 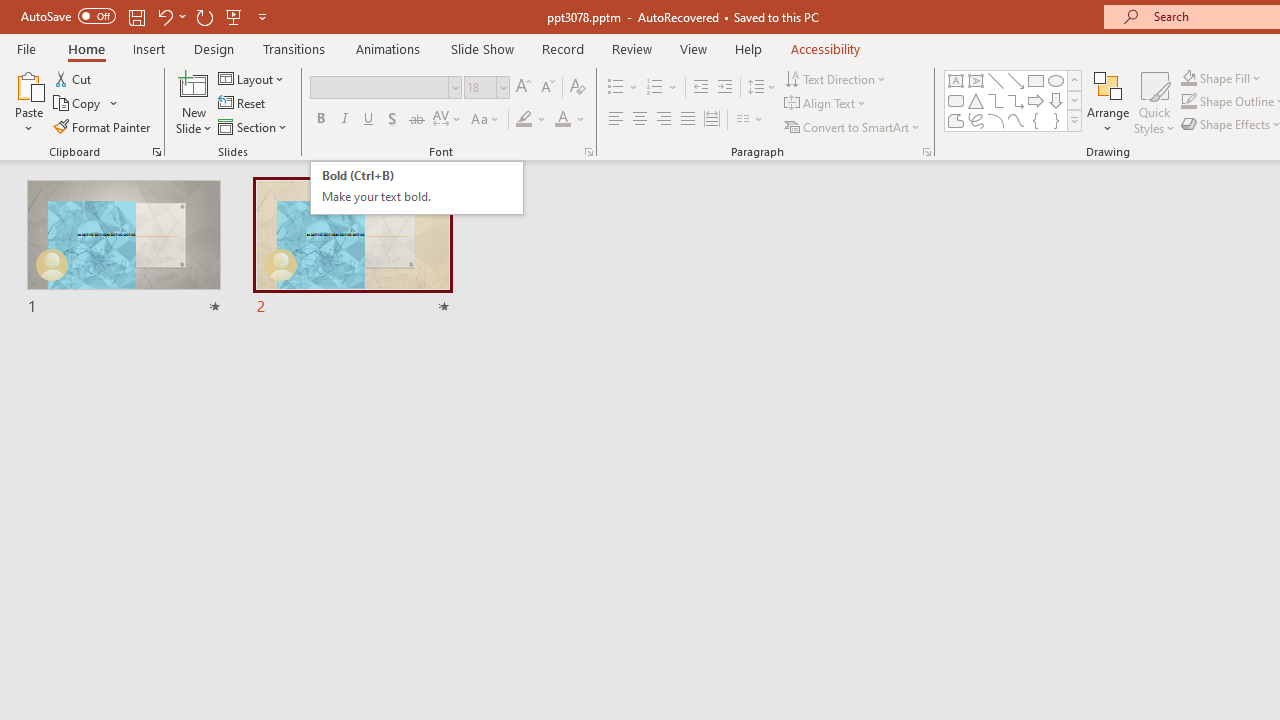 I want to click on 'Align Right', so click(x=663, y=119).